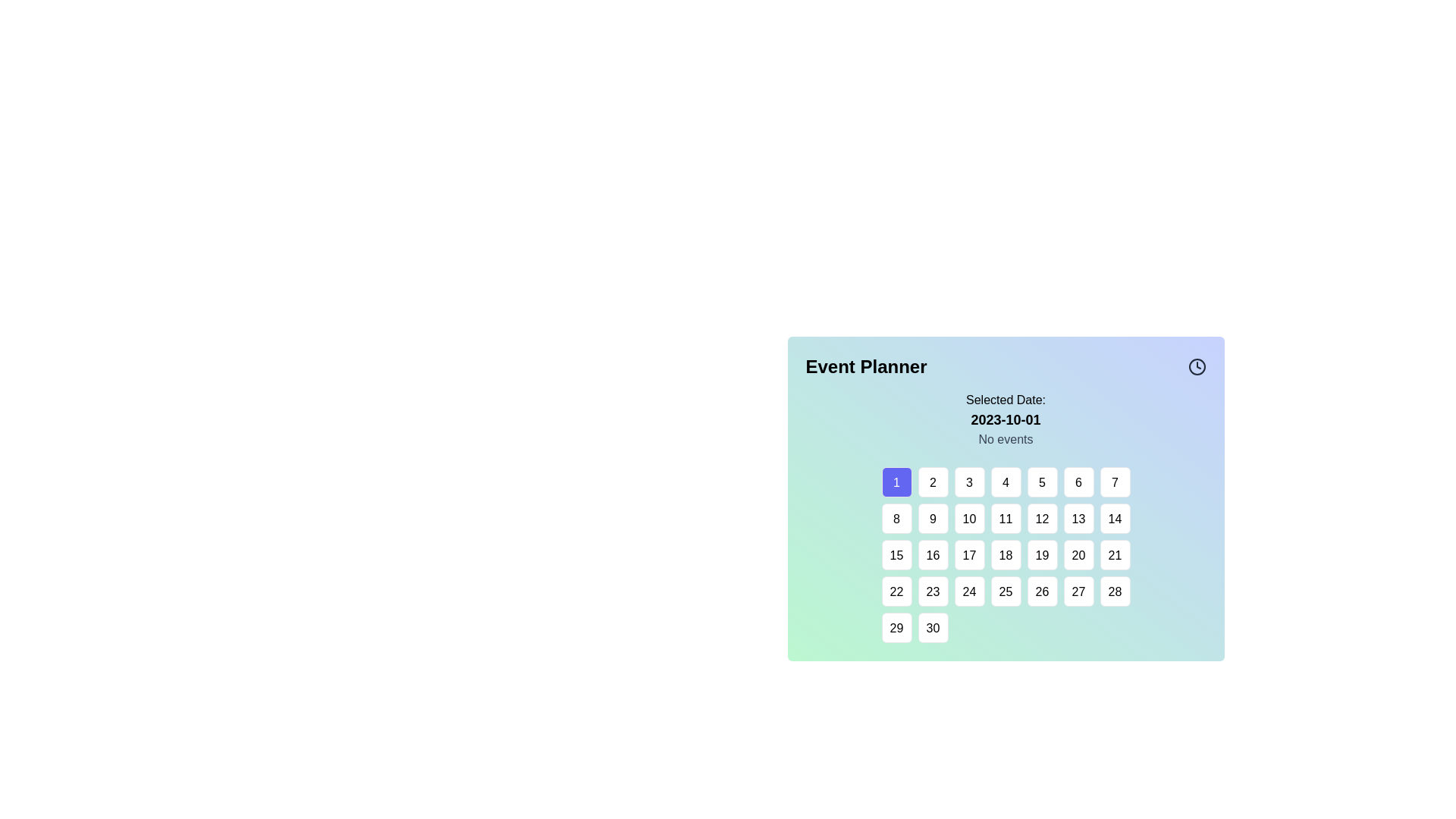 The width and height of the screenshot is (1456, 819). I want to click on the calendar date button representing the day '18' in the 'Event Planner' section, so click(1006, 555).